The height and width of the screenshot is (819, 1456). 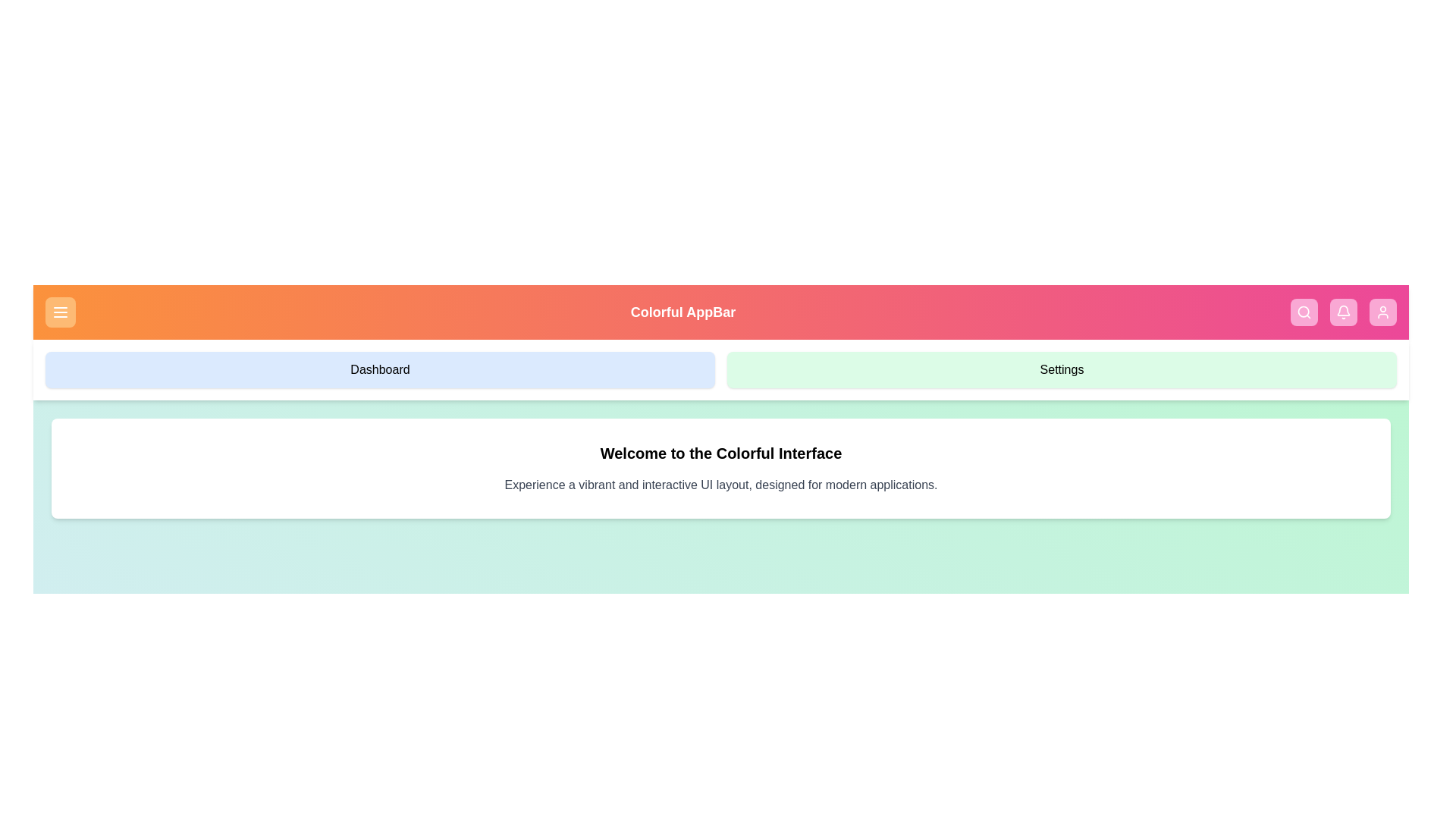 What do you see at coordinates (1343, 312) in the screenshot?
I see `the Notifications button represented by the Bell icon` at bounding box center [1343, 312].